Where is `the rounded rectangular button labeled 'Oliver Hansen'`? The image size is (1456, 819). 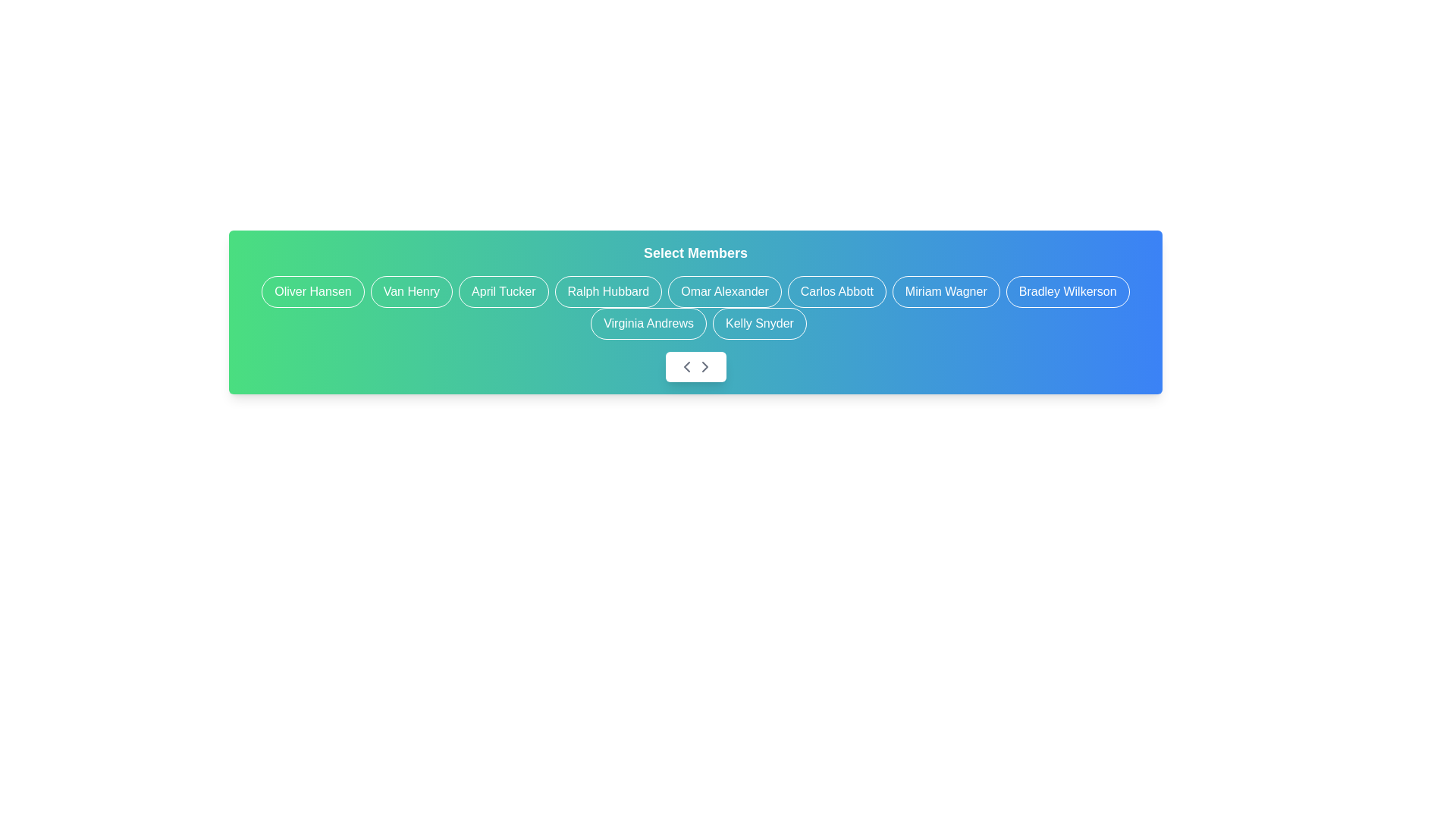 the rounded rectangular button labeled 'Oliver Hansen' is located at coordinates (312, 292).